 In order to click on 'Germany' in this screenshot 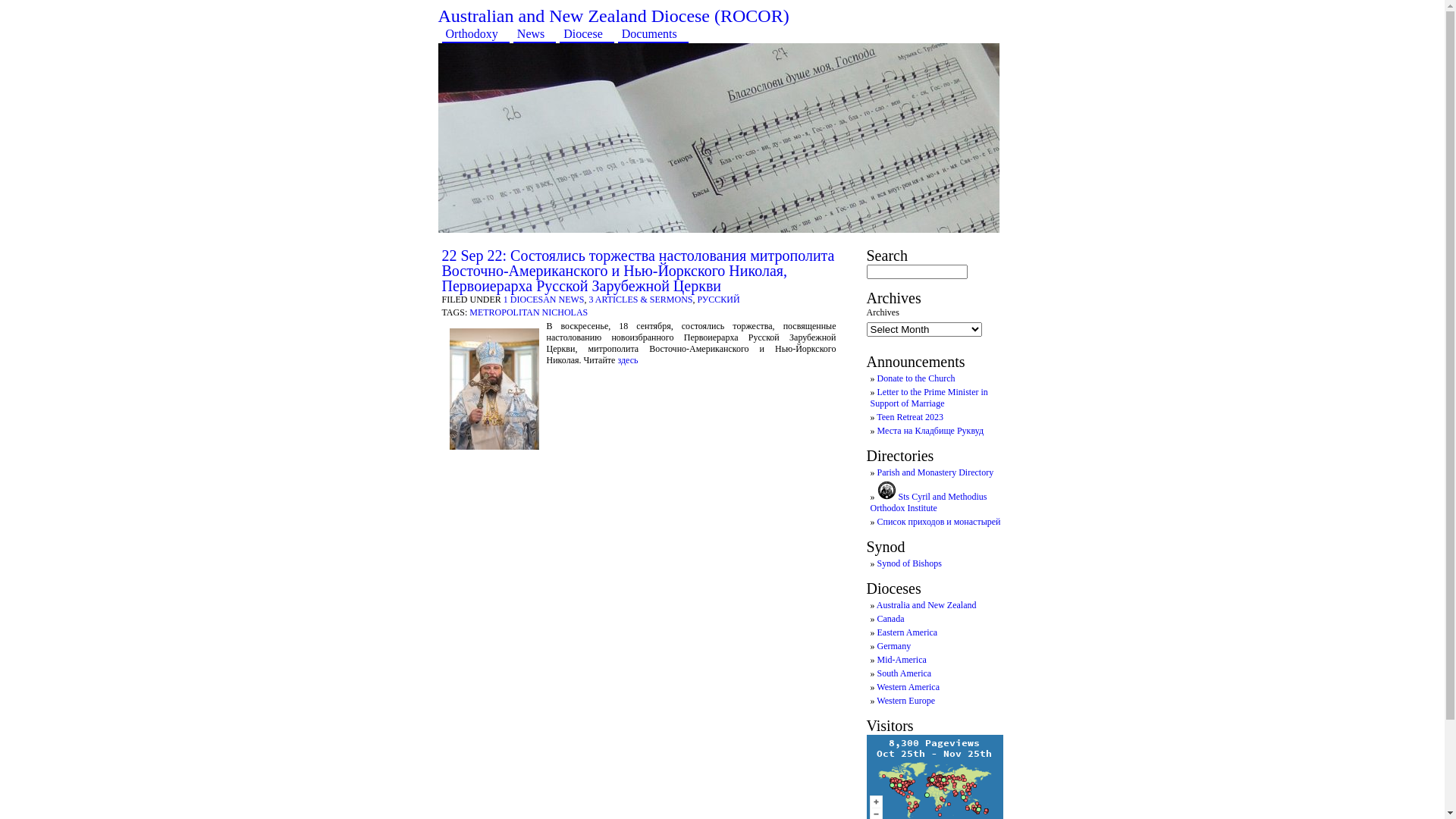, I will do `click(893, 646)`.